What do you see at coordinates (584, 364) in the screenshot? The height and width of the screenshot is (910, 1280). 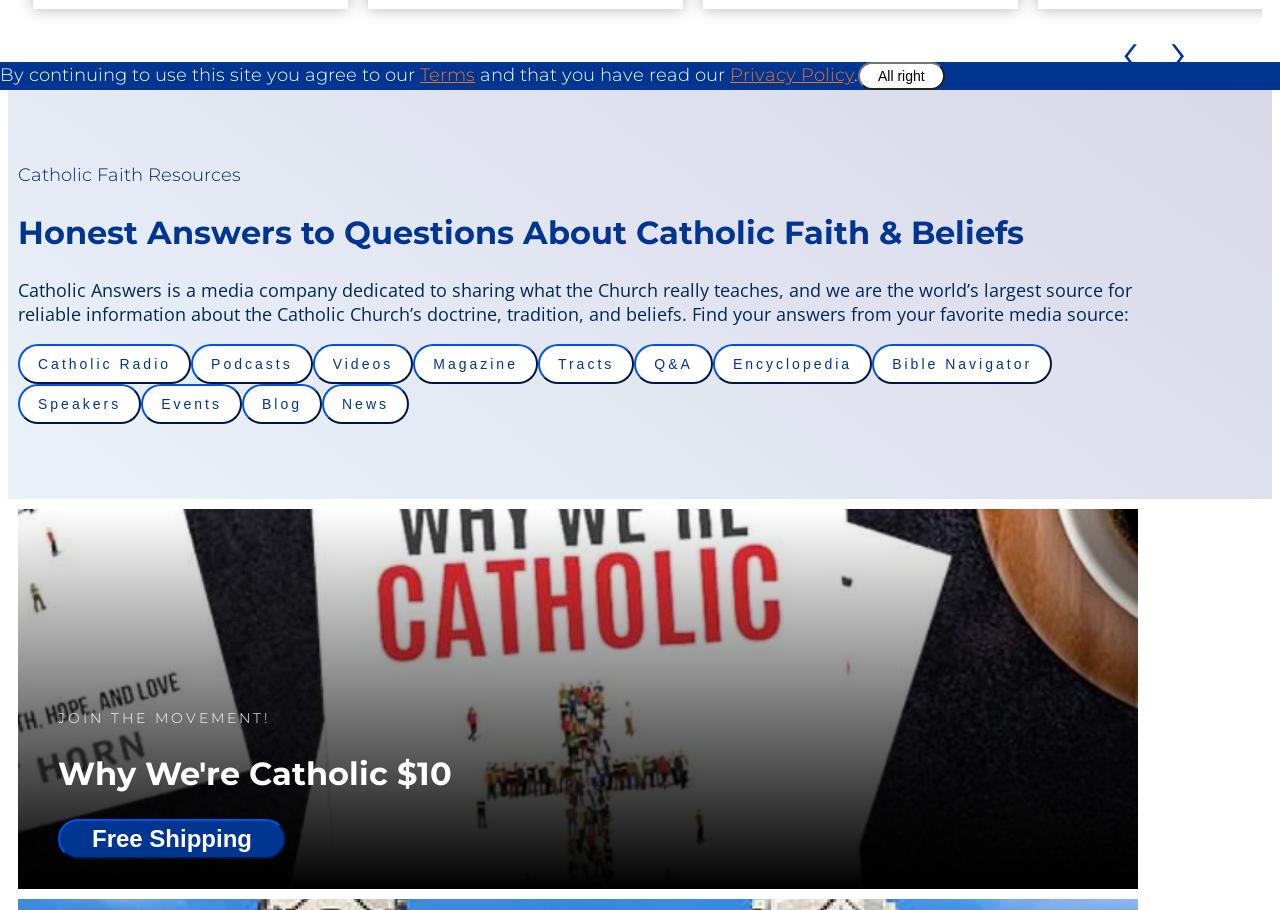 I see `'Tracts'` at bounding box center [584, 364].